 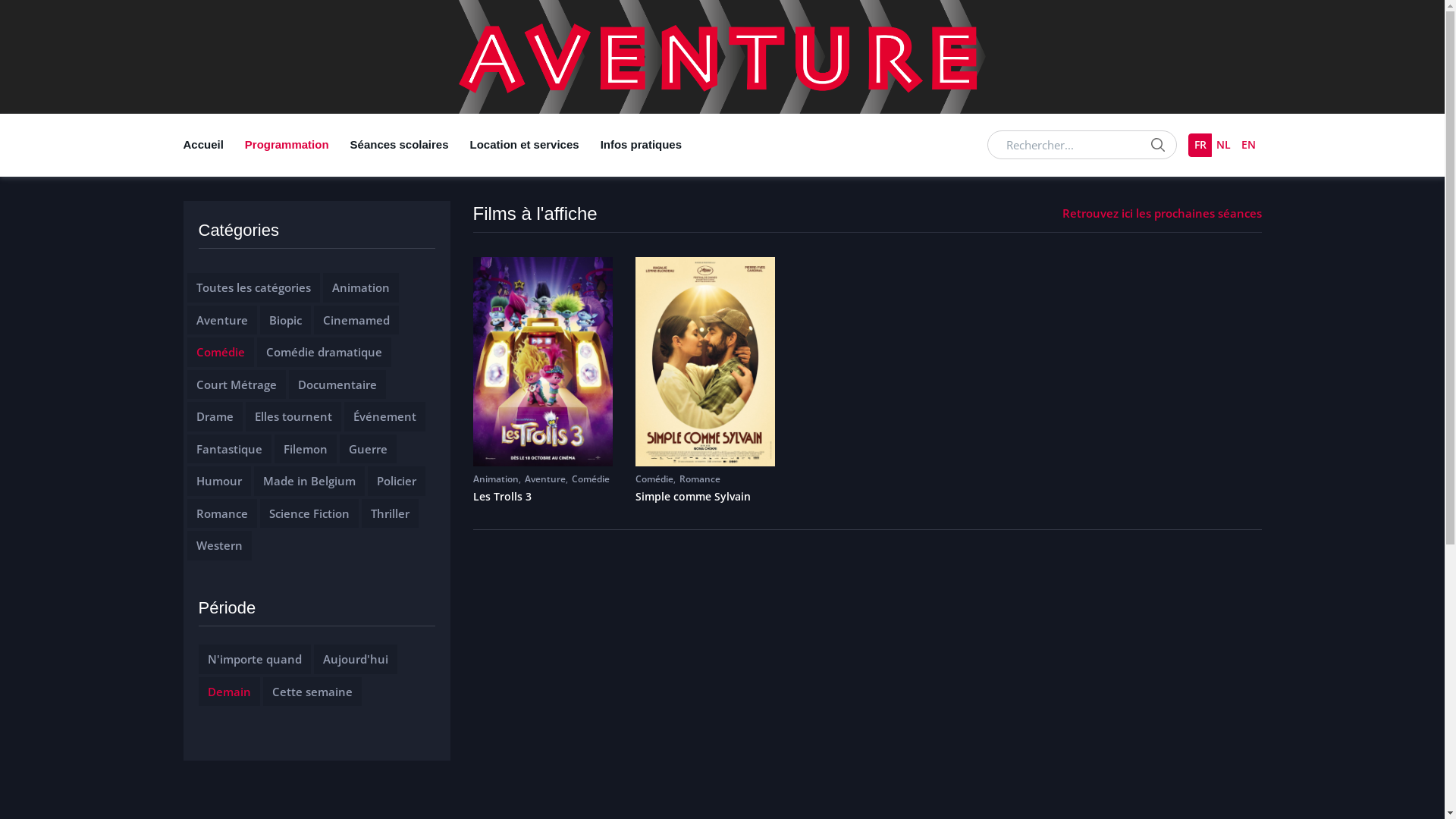 I want to click on 'Policier', so click(x=396, y=480).